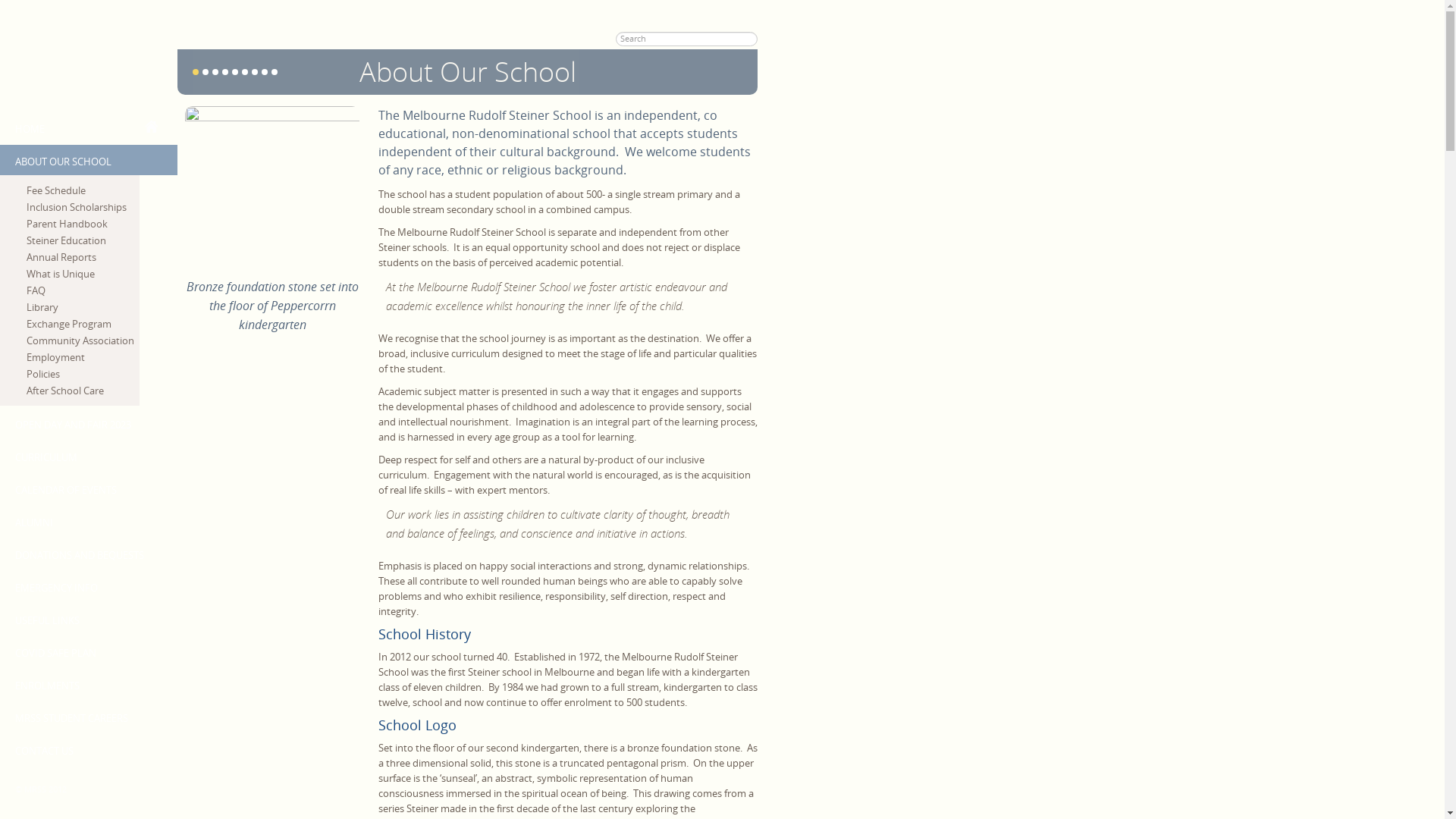  What do you see at coordinates (82, 356) in the screenshot?
I see `'Employment'` at bounding box center [82, 356].